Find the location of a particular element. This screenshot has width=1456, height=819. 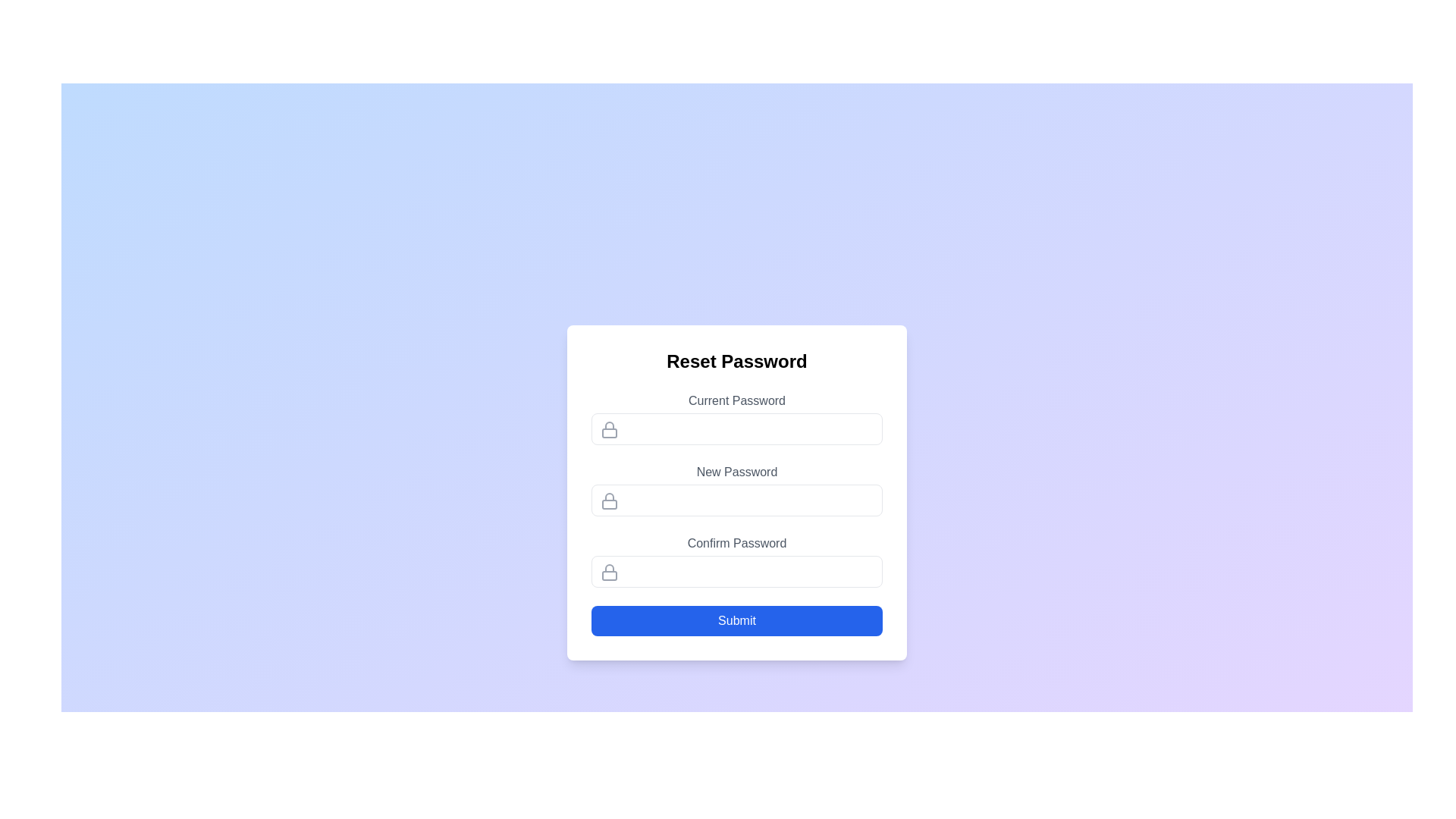

label displaying 'Current Password' which is positioned above the input field for entering the current password in the password reset form is located at coordinates (736, 400).